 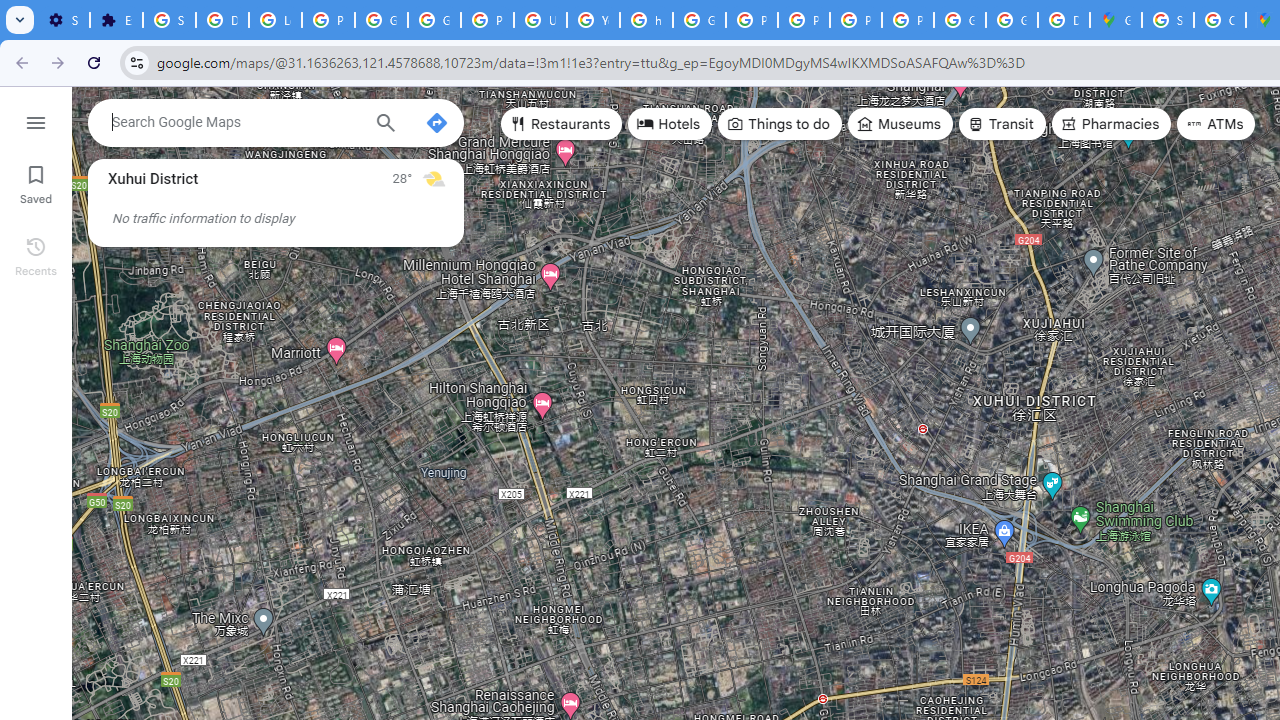 I want to click on 'Google Maps', so click(x=1115, y=20).